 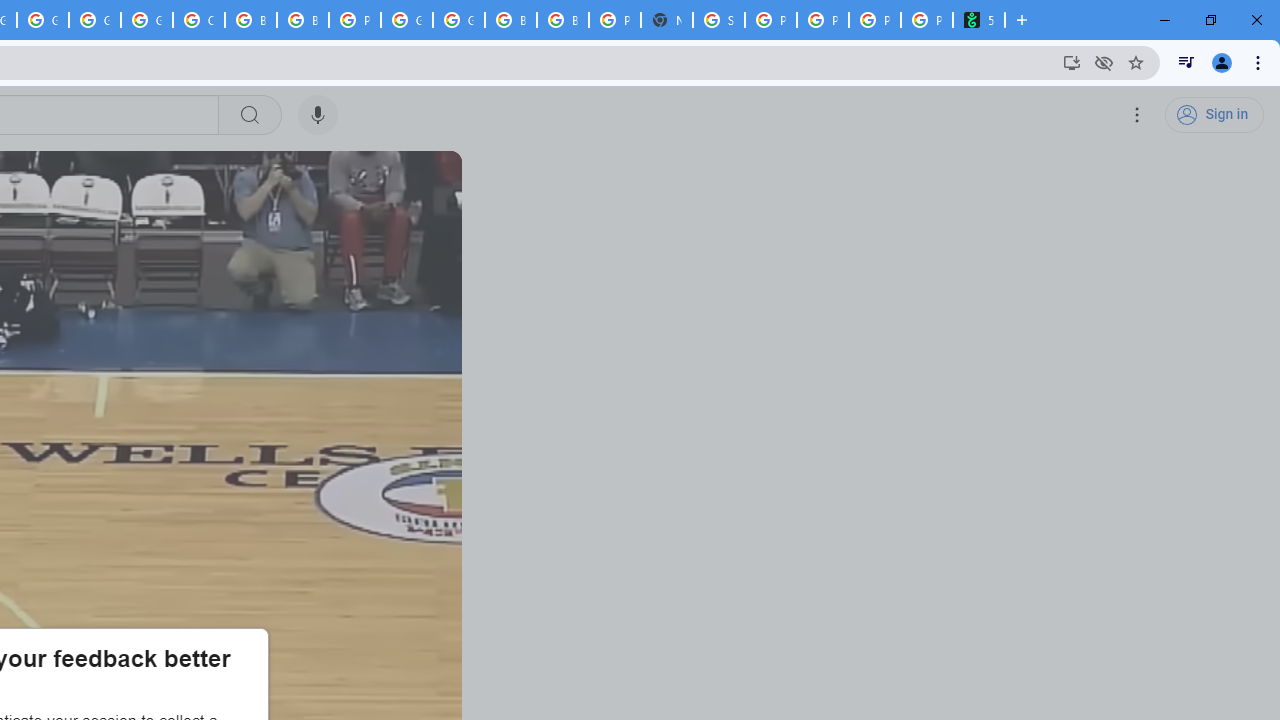 I want to click on 'Browse Chrome as a guest - Computer - Google Chrome Help', so click(x=249, y=20).